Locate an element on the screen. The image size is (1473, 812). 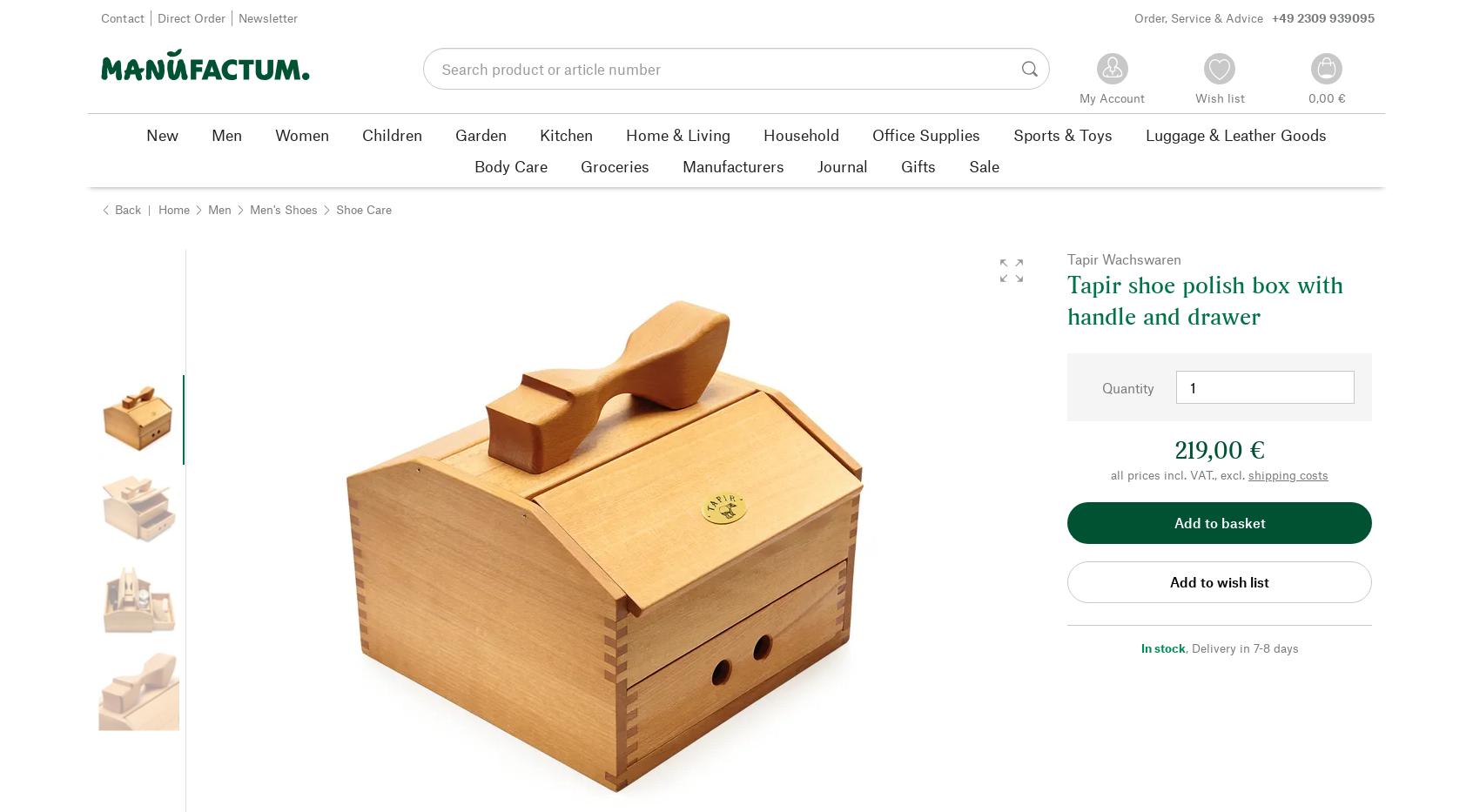
'Tapir shoe polish box with handle and drawer' is located at coordinates (1067, 298).